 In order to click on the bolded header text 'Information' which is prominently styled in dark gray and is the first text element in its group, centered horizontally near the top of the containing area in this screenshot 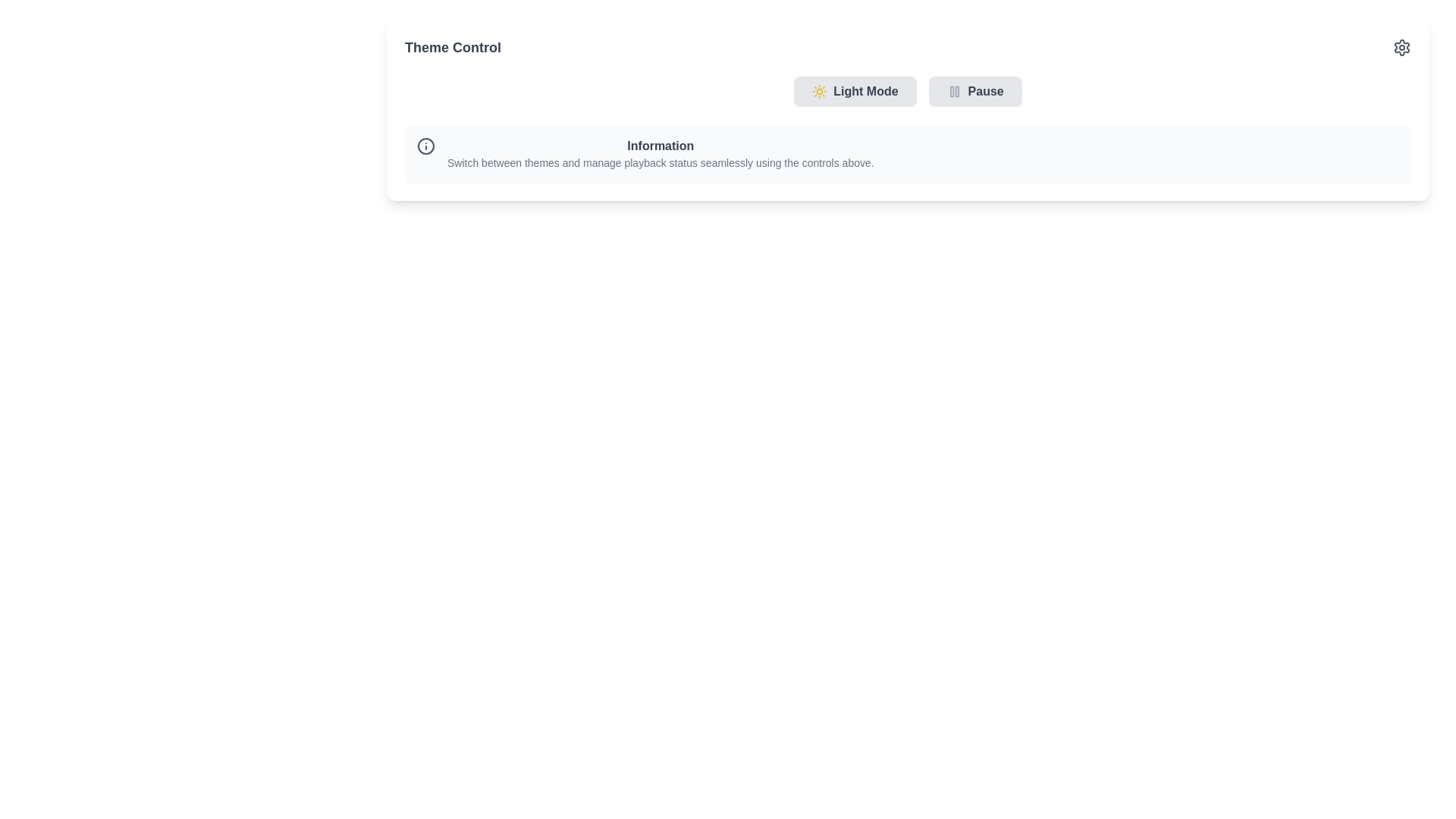, I will do `click(661, 146)`.